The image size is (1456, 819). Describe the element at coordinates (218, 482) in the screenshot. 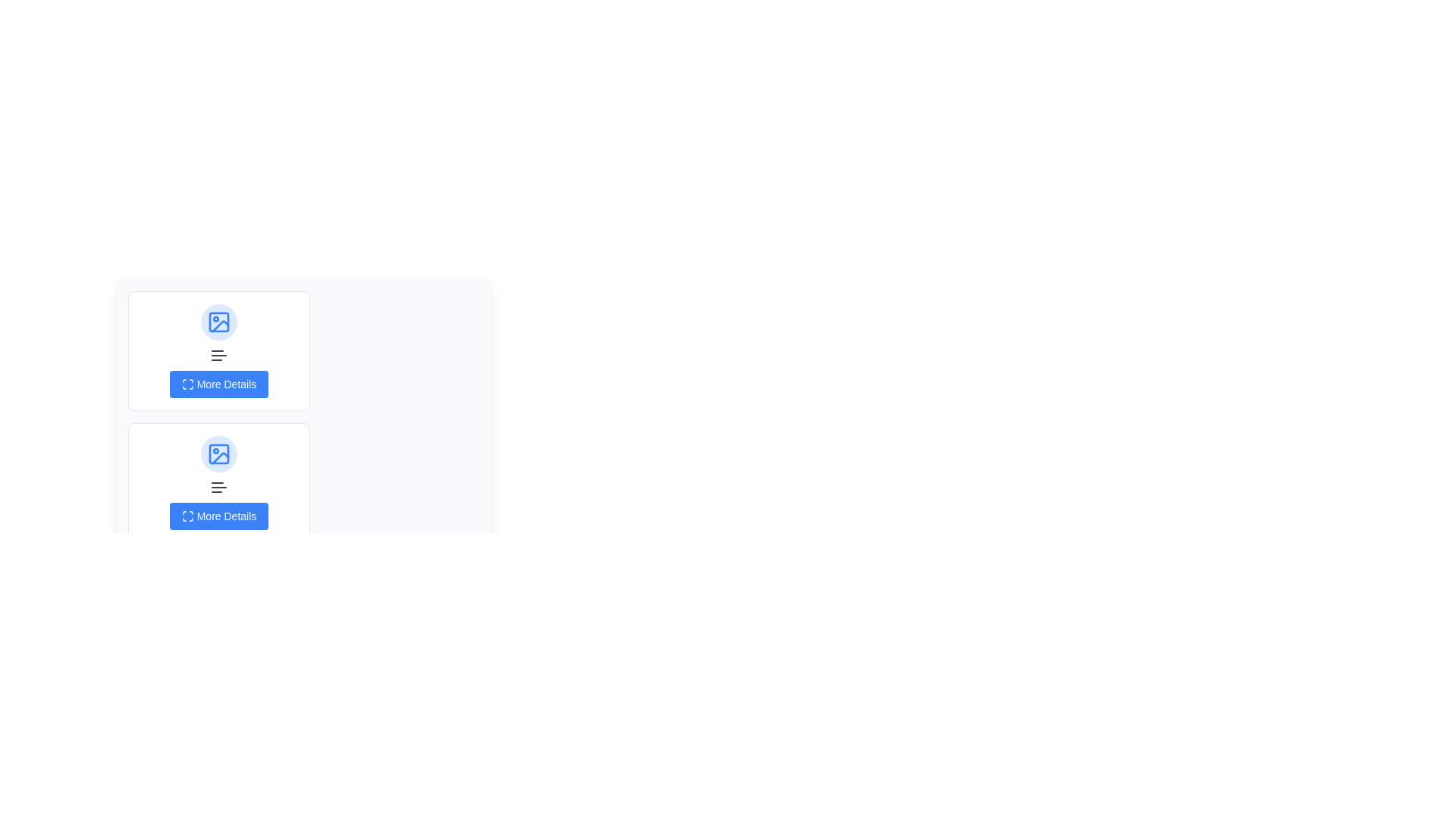

I see `the second card in a vertically aligned list, which has a white background, gray border, an icon at the top, a small textual indicator, and a button labeled 'More Details' at the bottom` at that location.